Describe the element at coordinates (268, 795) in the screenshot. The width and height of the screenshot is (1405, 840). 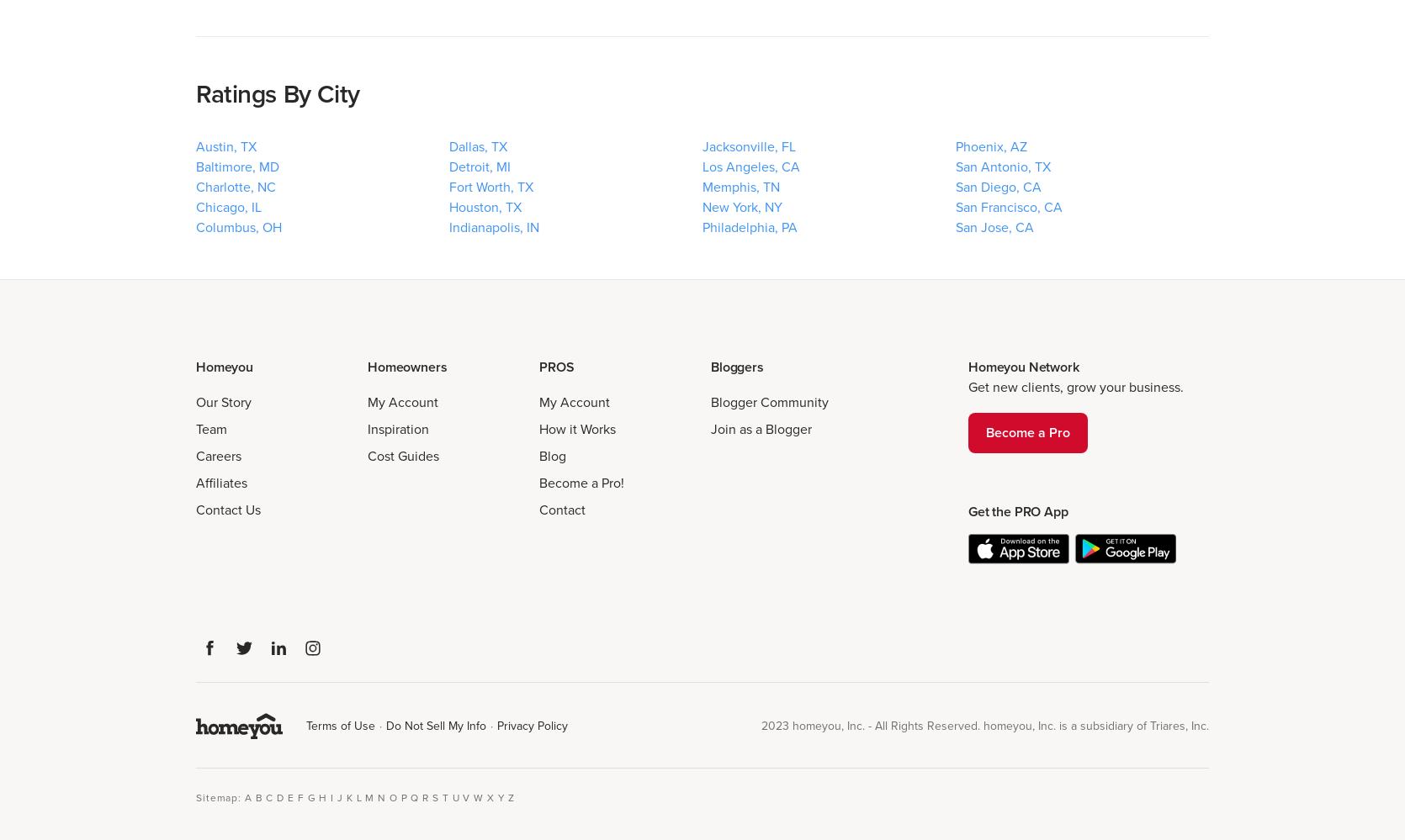
I see `'C'` at that location.